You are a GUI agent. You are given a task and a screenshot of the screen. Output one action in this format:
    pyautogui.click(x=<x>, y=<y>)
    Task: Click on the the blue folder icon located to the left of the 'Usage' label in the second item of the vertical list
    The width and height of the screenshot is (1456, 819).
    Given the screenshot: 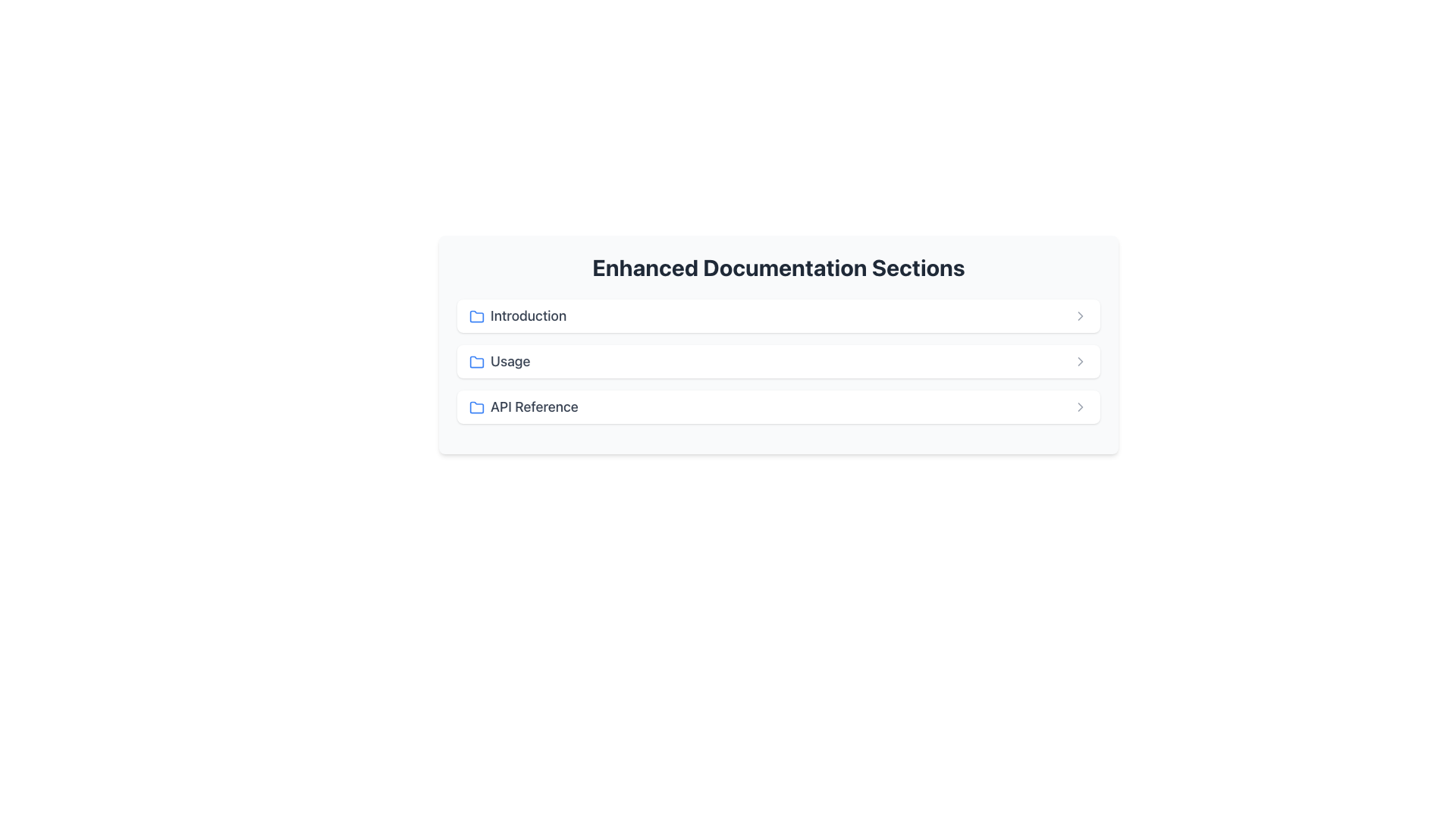 What is the action you would take?
    pyautogui.click(x=475, y=362)
    